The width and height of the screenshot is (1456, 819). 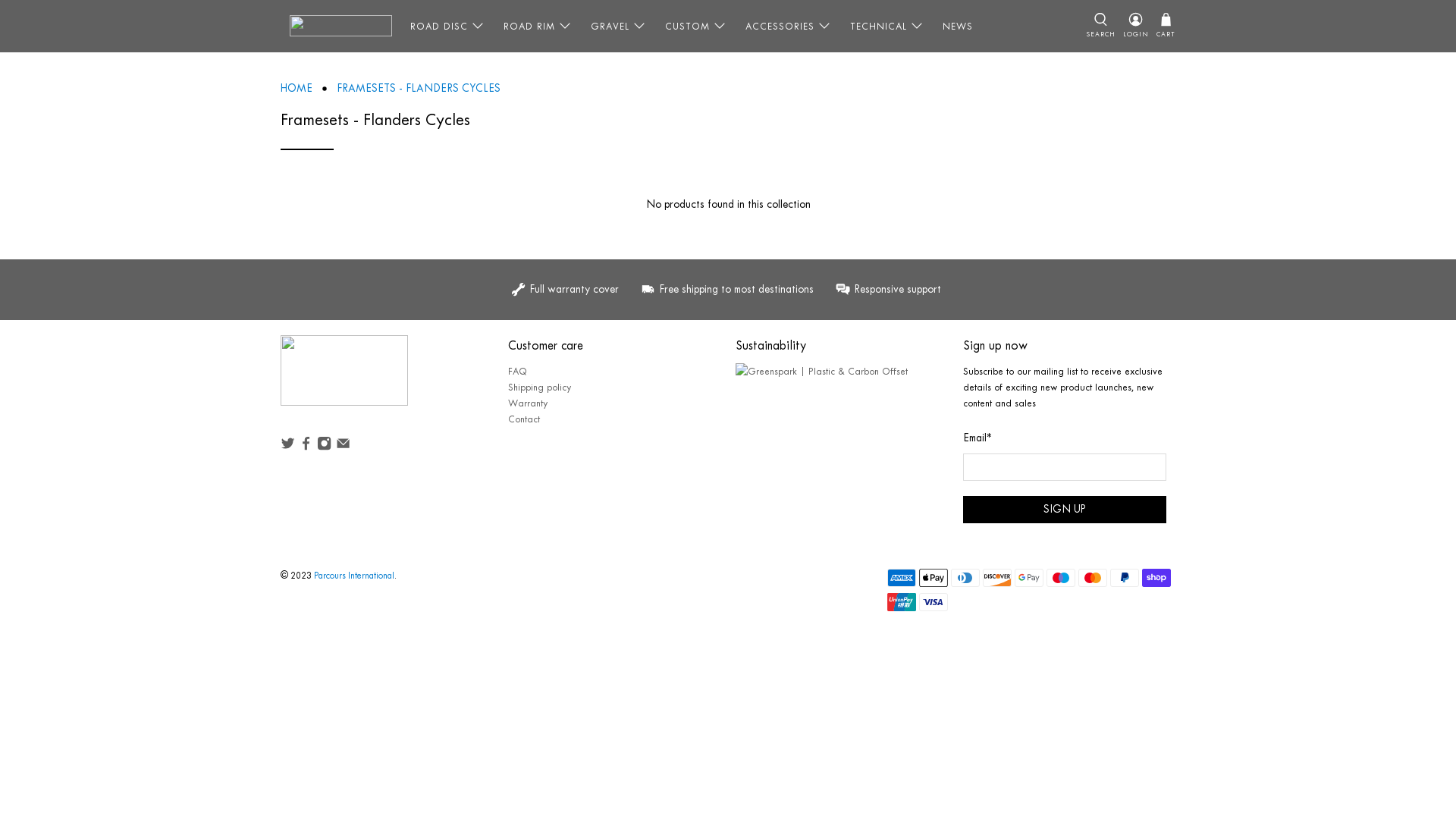 What do you see at coordinates (1165, 26) in the screenshot?
I see `'CART'` at bounding box center [1165, 26].